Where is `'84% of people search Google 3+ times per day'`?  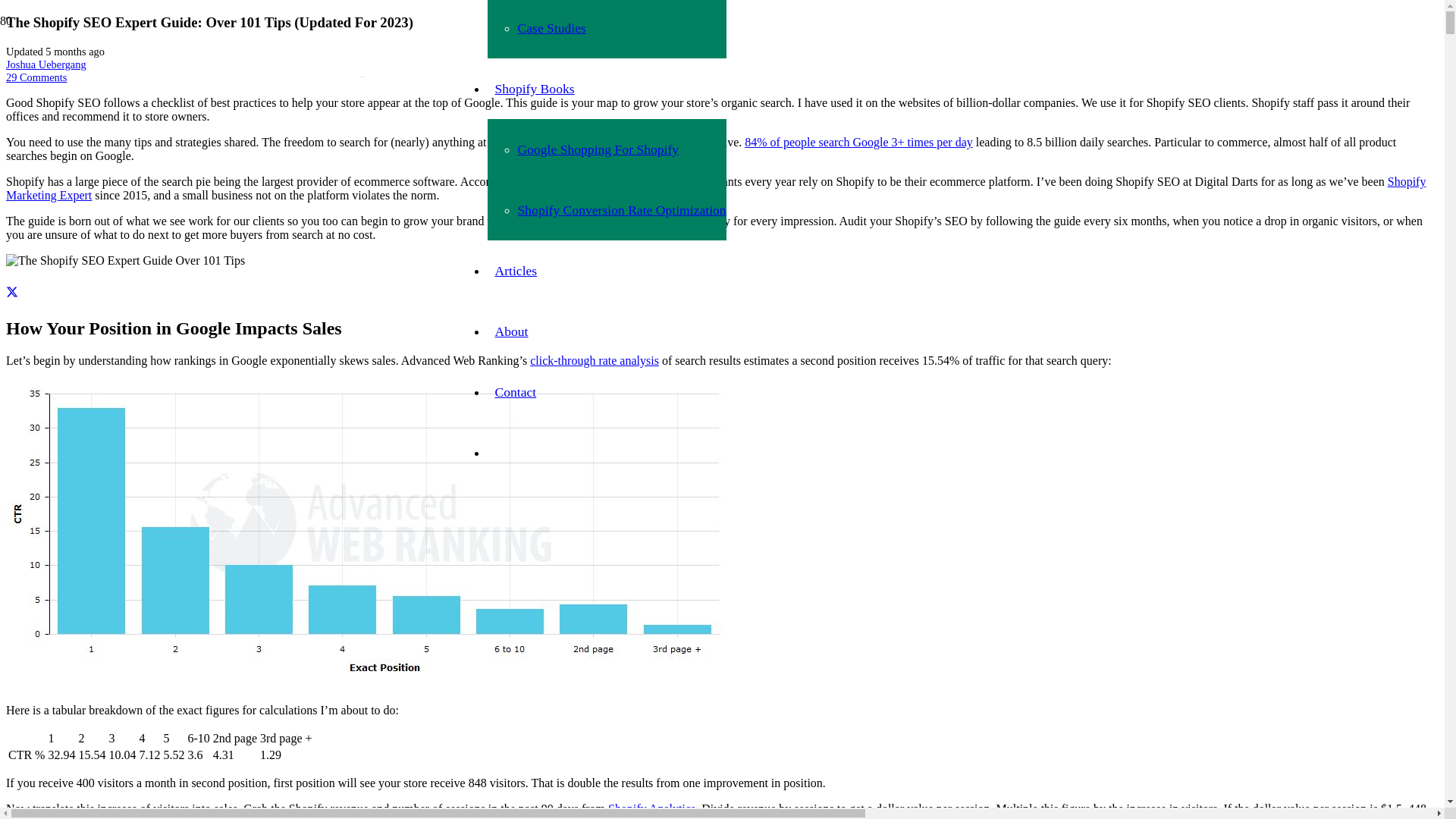 '84% of people search Google 3+ times per day' is located at coordinates (745, 142).